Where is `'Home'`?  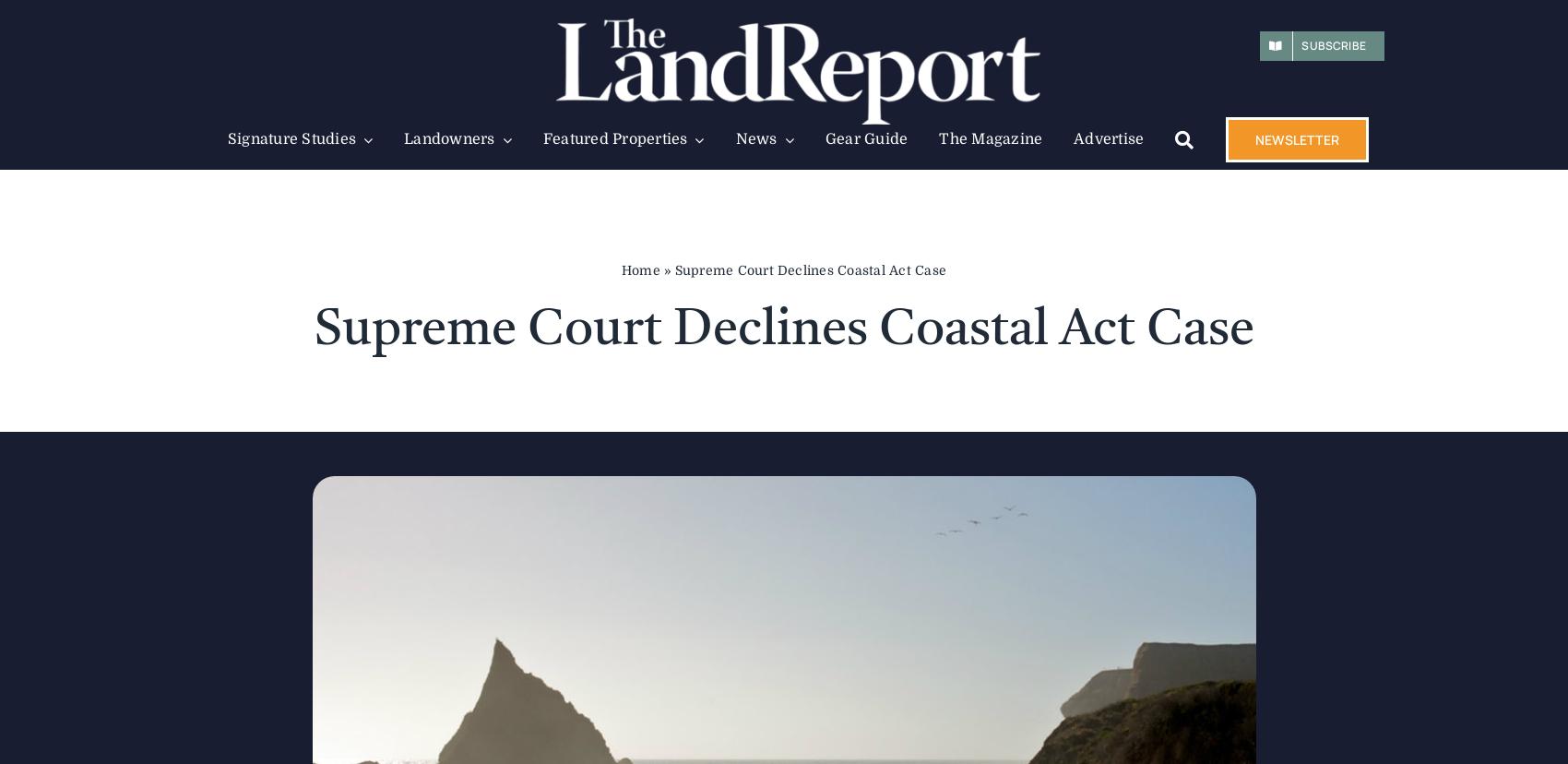
'Home' is located at coordinates (621, 269).